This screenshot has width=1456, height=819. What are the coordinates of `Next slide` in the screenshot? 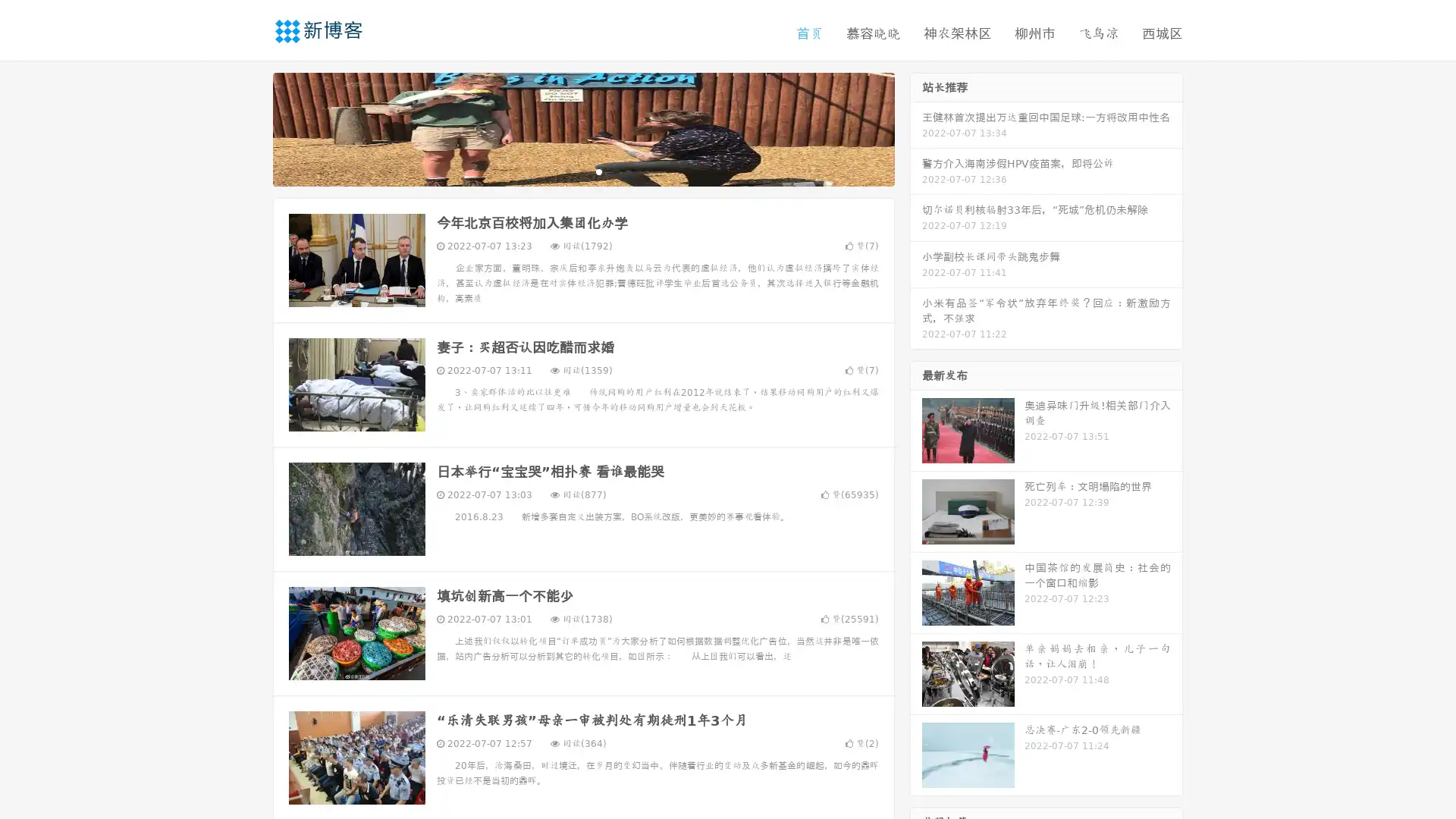 It's located at (916, 127).